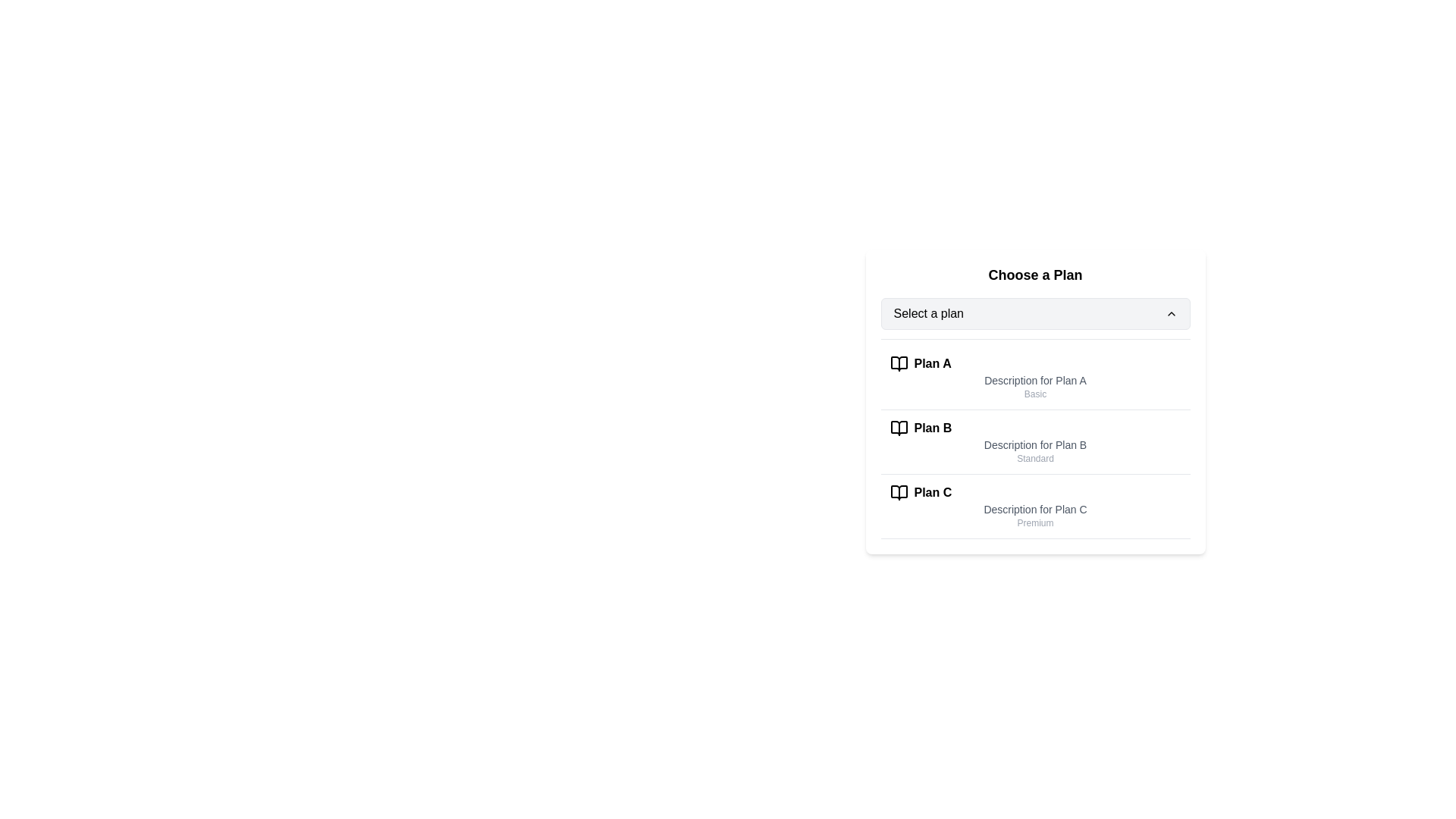 This screenshot has width=1456, height=819. I want to click on description text label for 'Plan C', which is positioned below the 'Plan C' label and above the 'Premium' text, so click(1034, 509).